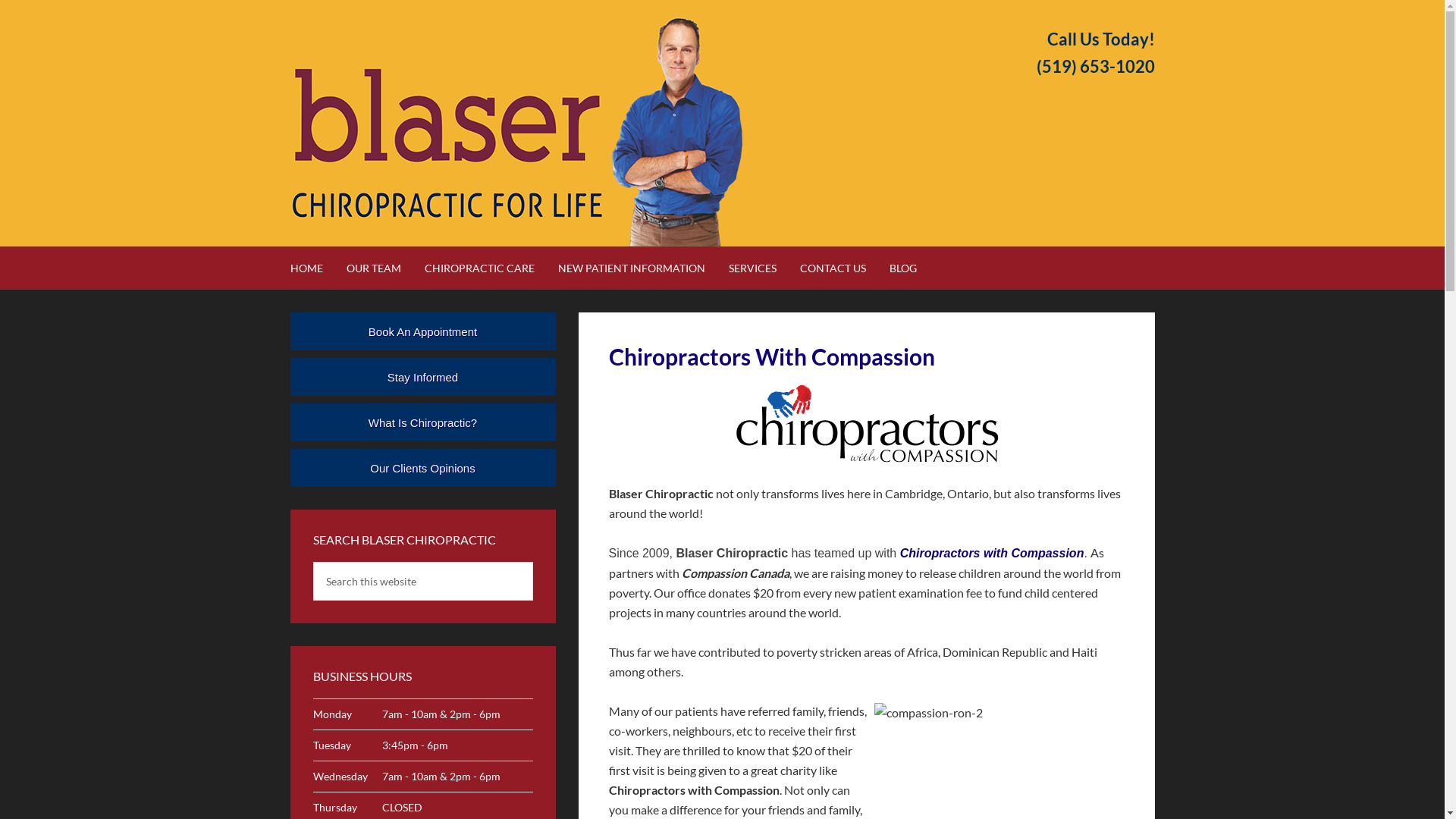 Image resolution: width=1456 pixels, height=819 pixels. Describe the element at coordinates (422, 467) in the screenshot. I see `'Our Clients Opinions'` at that location.